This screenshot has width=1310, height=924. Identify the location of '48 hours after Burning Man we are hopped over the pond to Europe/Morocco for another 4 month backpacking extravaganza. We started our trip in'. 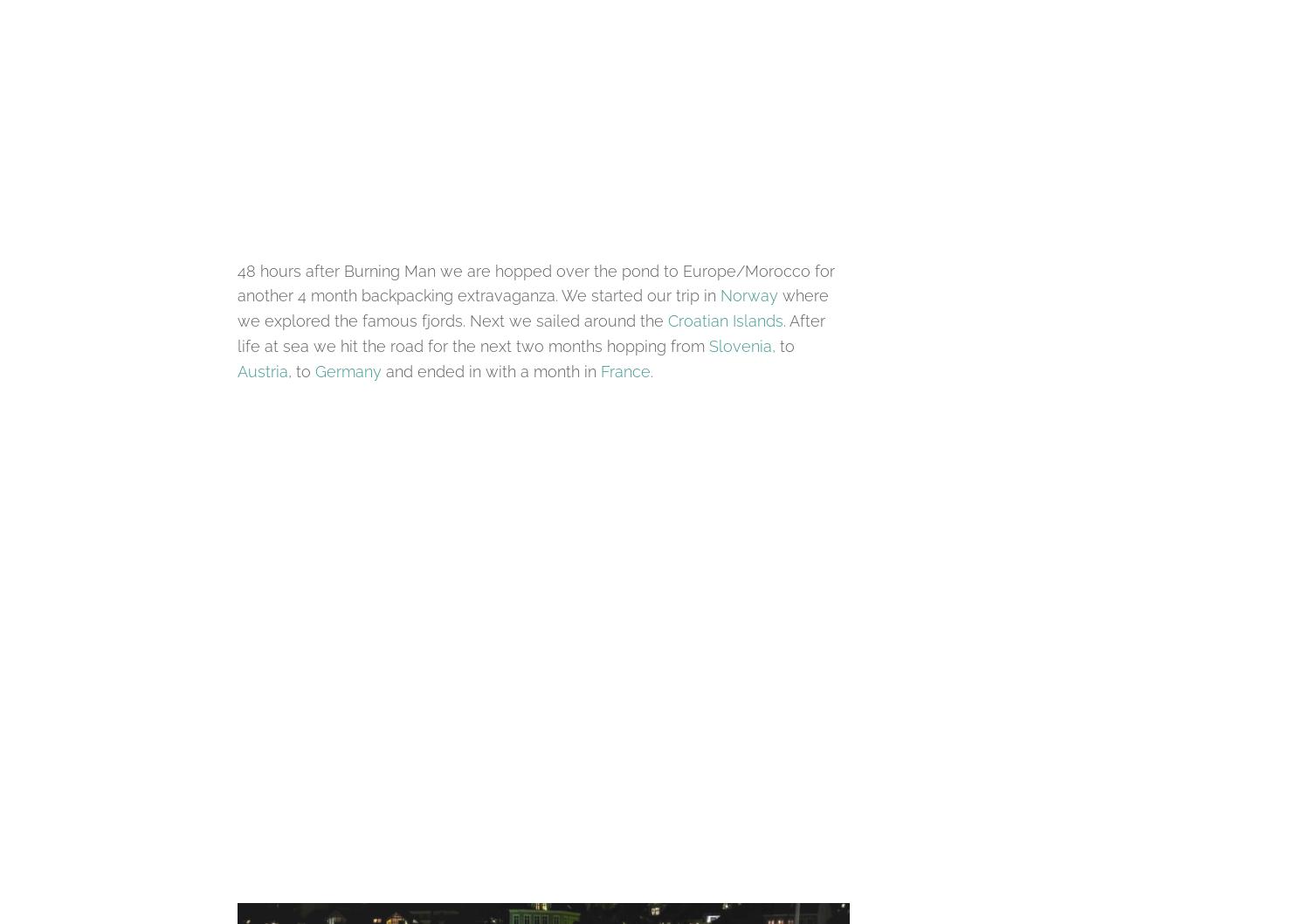
(237, 281).